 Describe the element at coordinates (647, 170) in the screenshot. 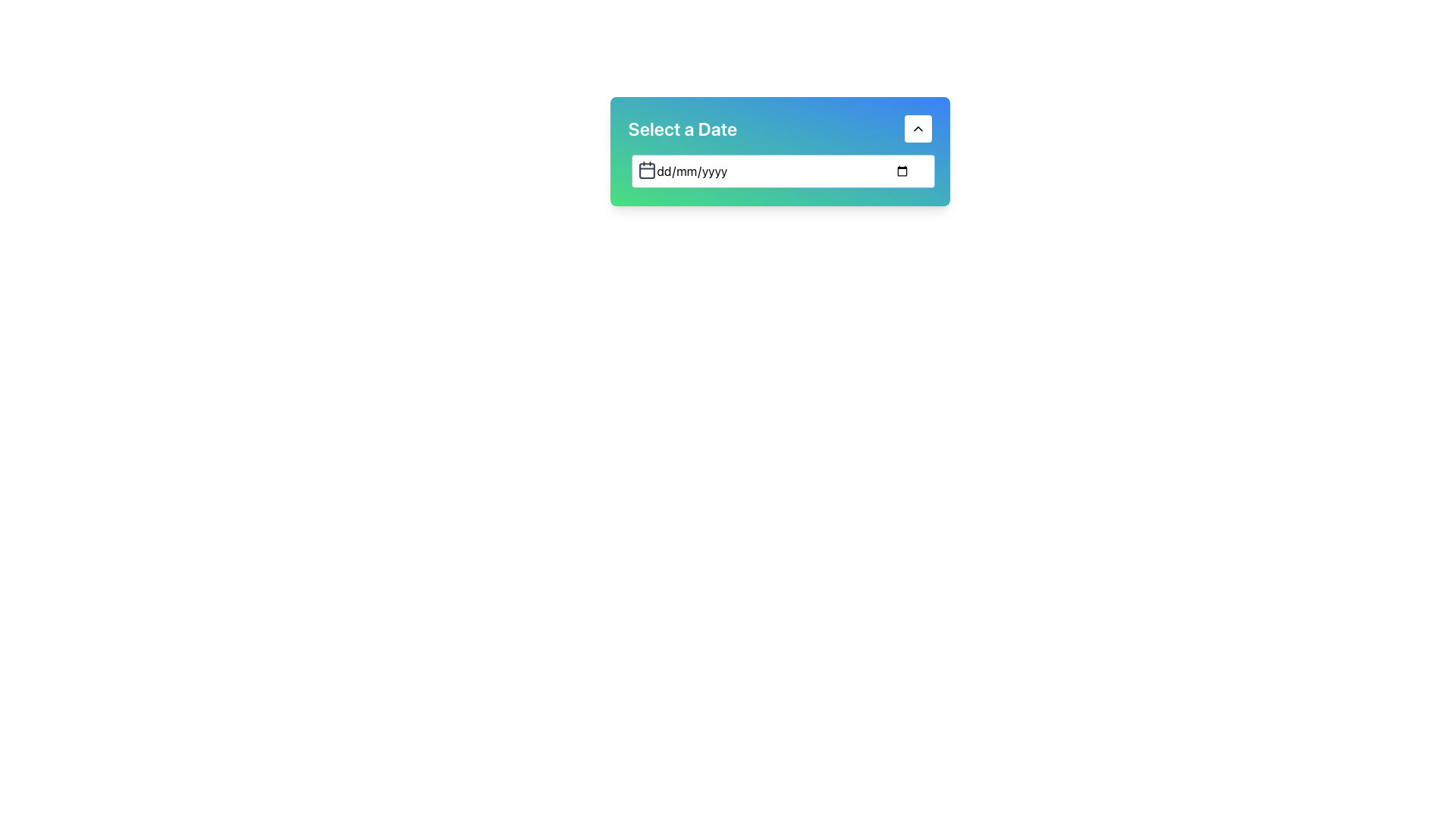

I see `the small calendar icon with a dark gray outline and rounded edges, located to the left of the date input box` at that location.